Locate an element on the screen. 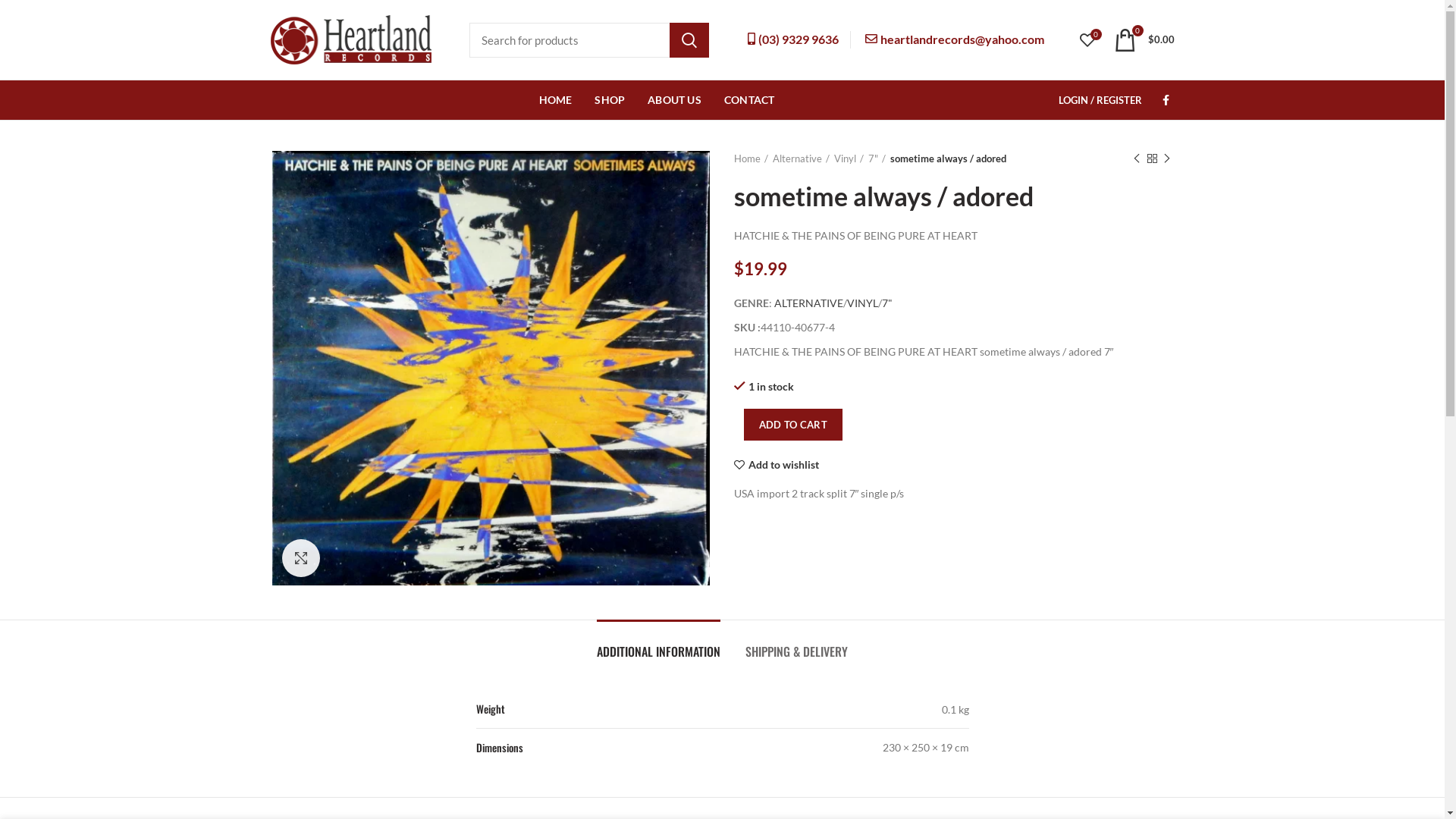 The width and height of the screenshot is (1456, 819). 'CONTACT' is located at coordinates (749, 99).